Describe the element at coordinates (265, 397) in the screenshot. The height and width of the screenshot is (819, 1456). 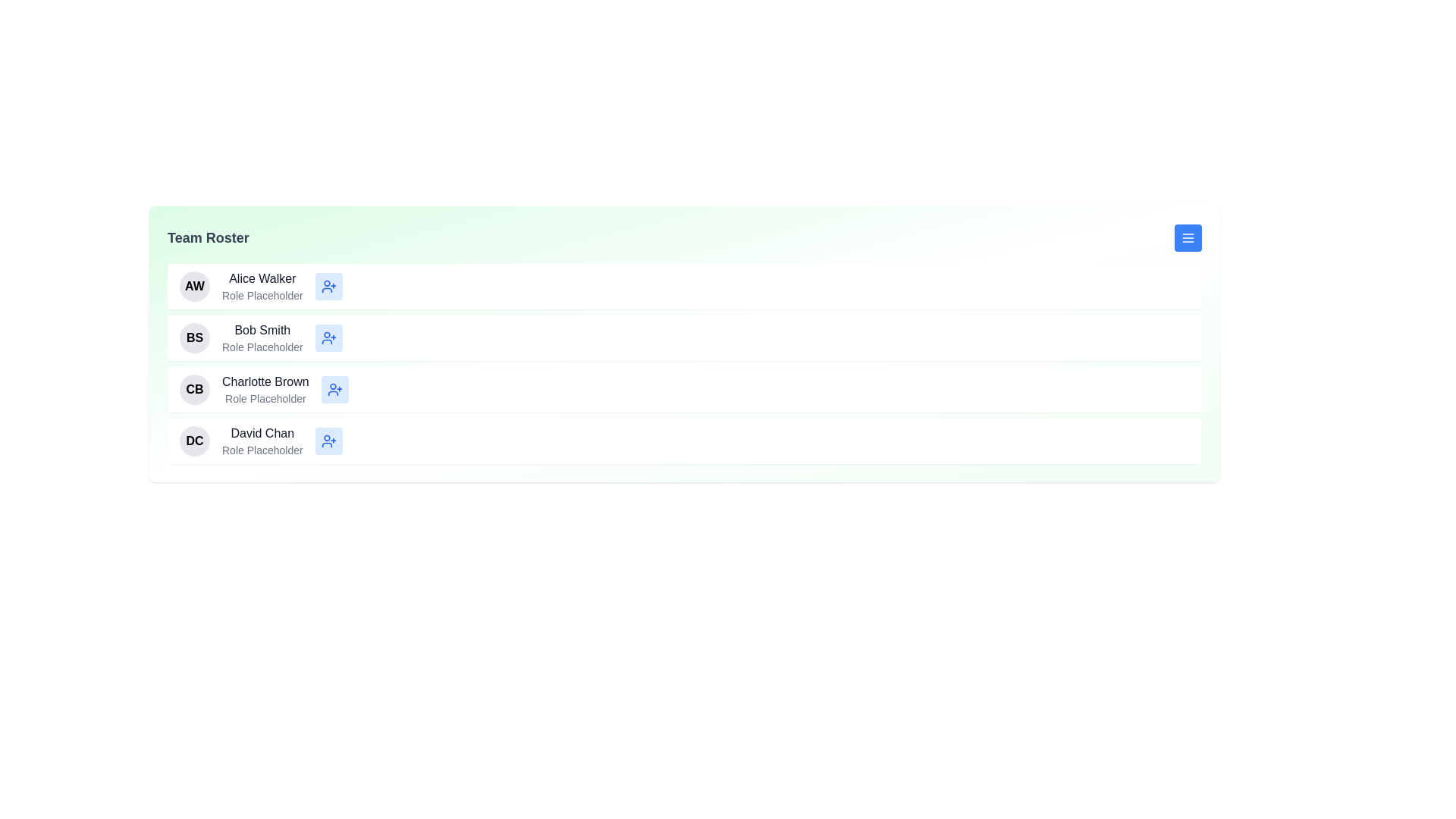
I see `the static text label displaying 'Role Placeholder', which is styled in gray and positioned below the name 'Charlotte Brown' in the middle-left section of the interface` at that location.